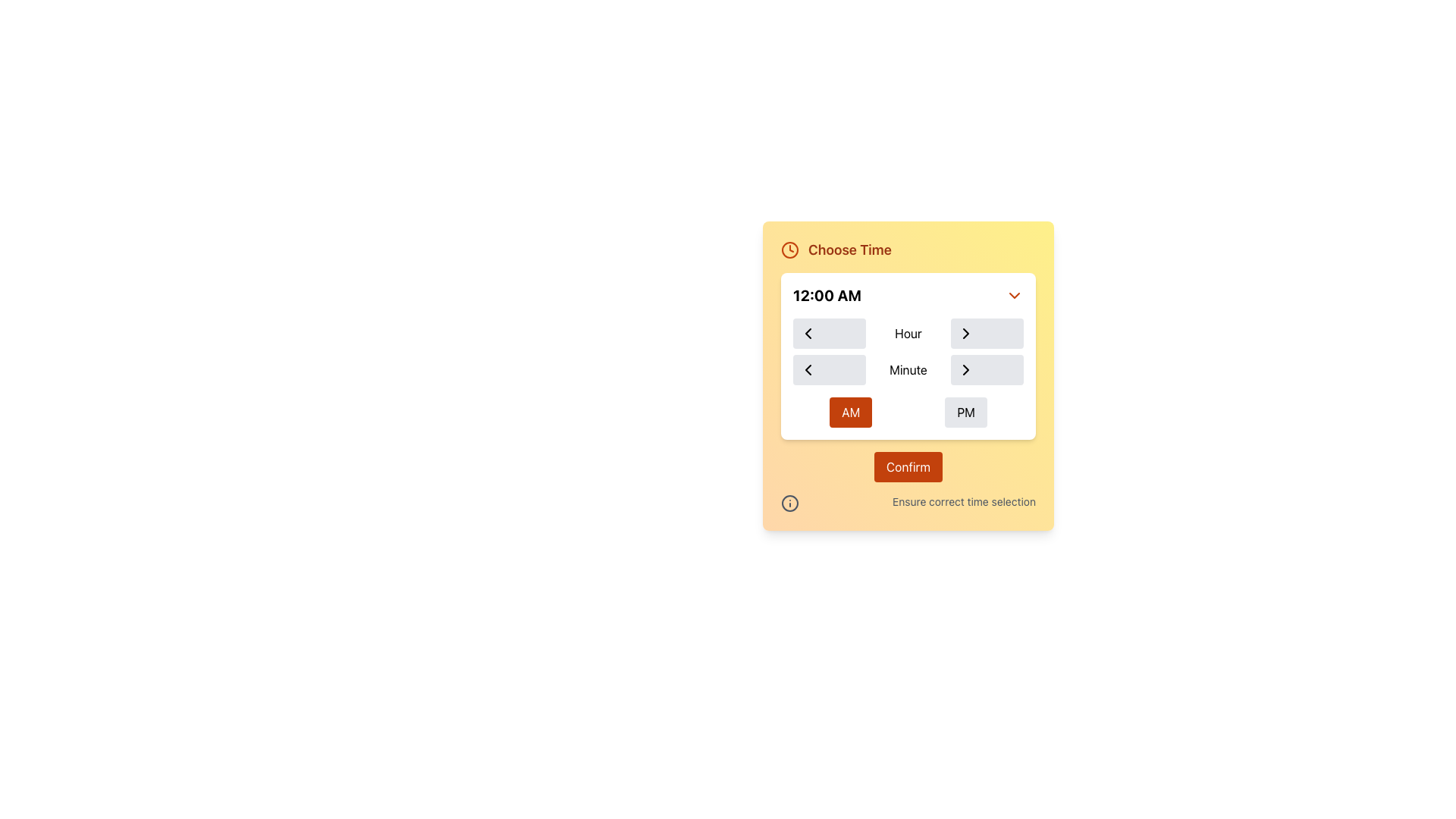  What do you see at coordinates (965, 370) in the screenshot?
I see `the right-facing chevron button used to increment the 'Minute' field in the time-selection interface` at bounding box center [965, 370].